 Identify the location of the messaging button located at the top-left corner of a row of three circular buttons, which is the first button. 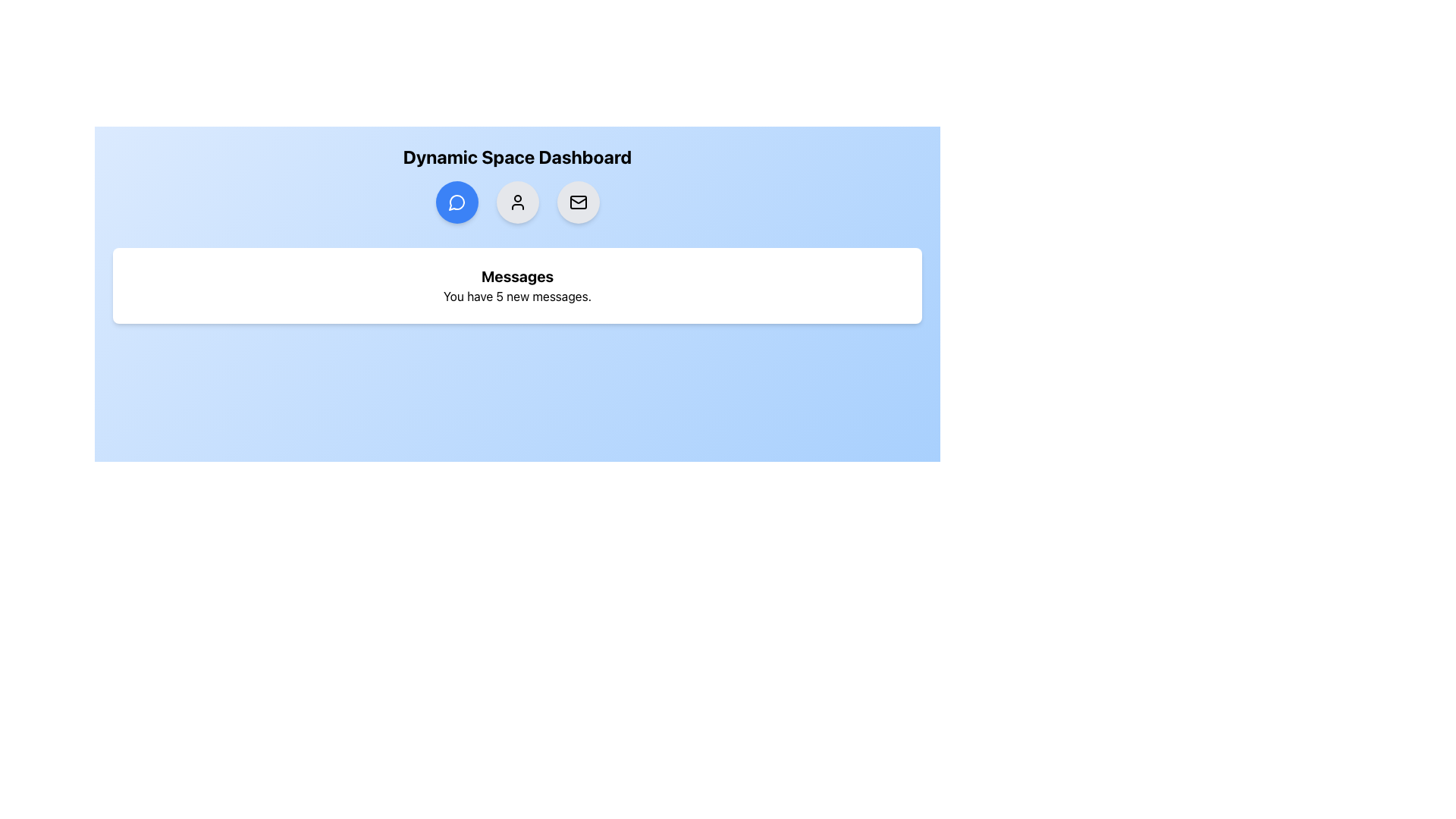
(456, 201).